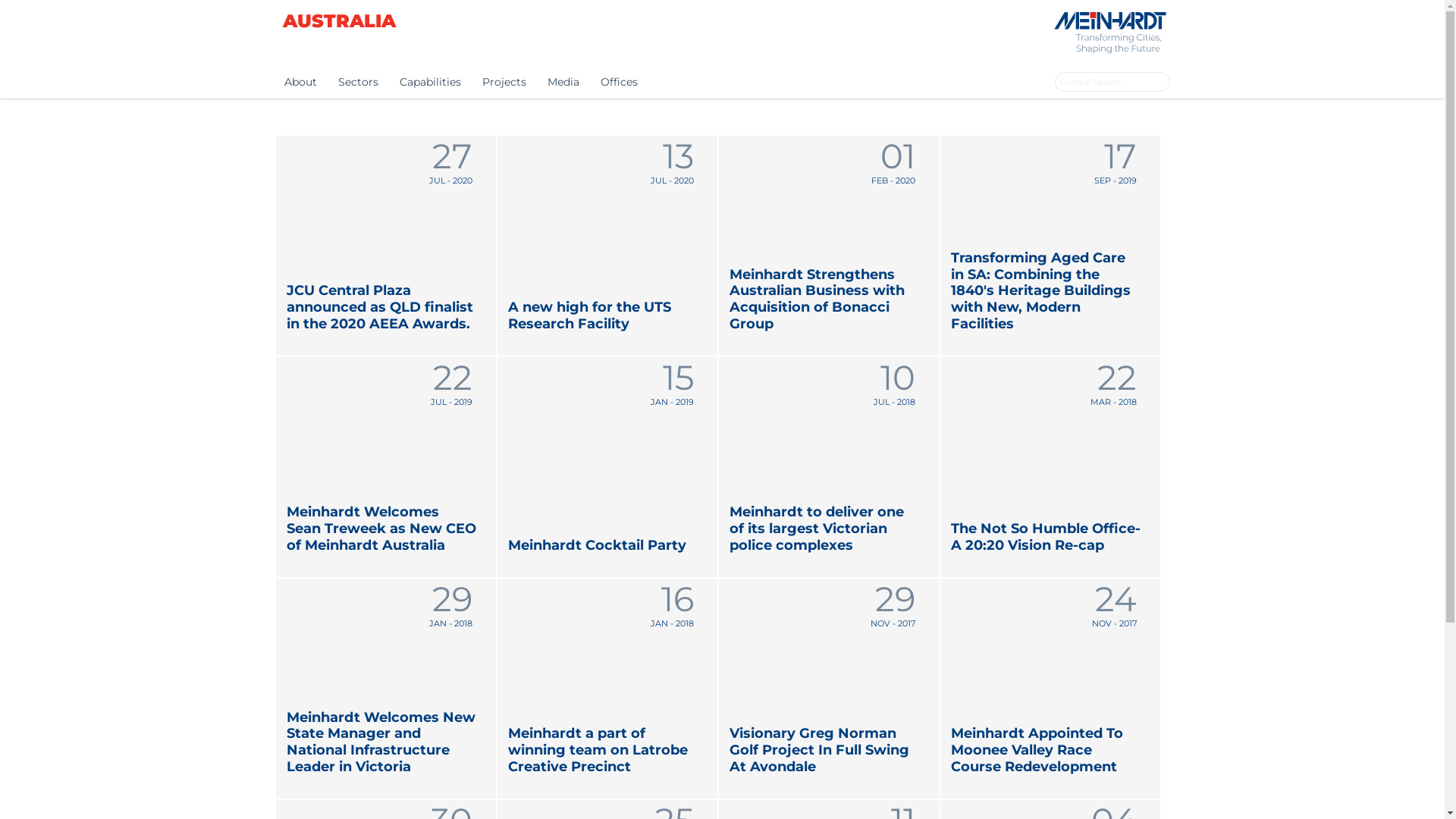 The image size is (1456, 819). What do you see at coordinates (357, 82) in the screenshot?
I see `'Sectors'` at bounding box center [357, 82].